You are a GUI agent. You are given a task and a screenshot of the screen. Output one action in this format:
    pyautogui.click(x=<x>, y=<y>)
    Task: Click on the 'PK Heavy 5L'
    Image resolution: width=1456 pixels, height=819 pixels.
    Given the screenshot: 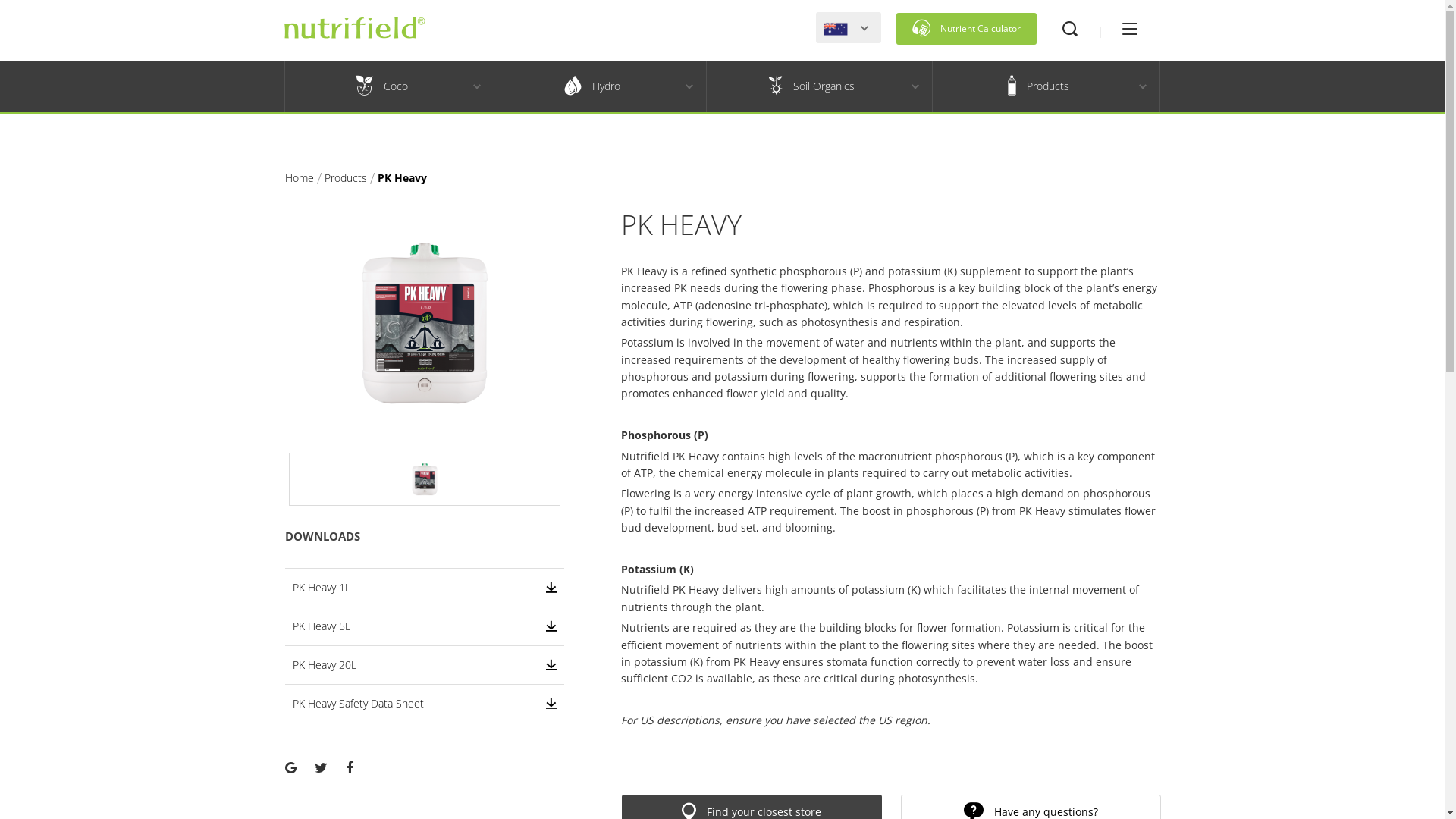 What is the action you would take?
    pyautogui.click(x=425, y=626)
    